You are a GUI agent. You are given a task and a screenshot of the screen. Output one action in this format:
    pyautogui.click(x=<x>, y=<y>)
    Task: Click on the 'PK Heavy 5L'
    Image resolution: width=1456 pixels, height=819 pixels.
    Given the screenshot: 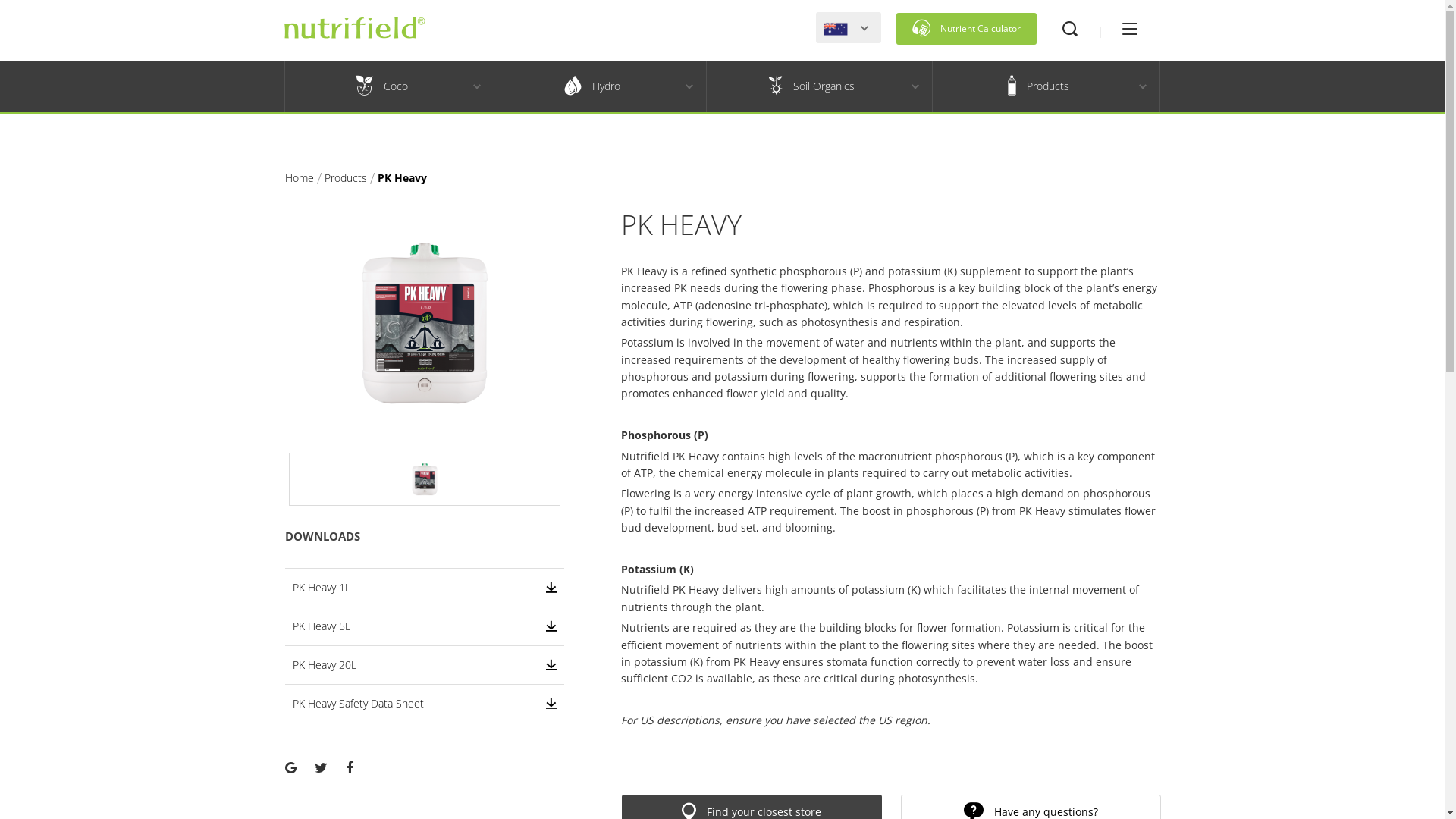 What is the action you would take?
    pyautogui.click(x=425, y=626)
    